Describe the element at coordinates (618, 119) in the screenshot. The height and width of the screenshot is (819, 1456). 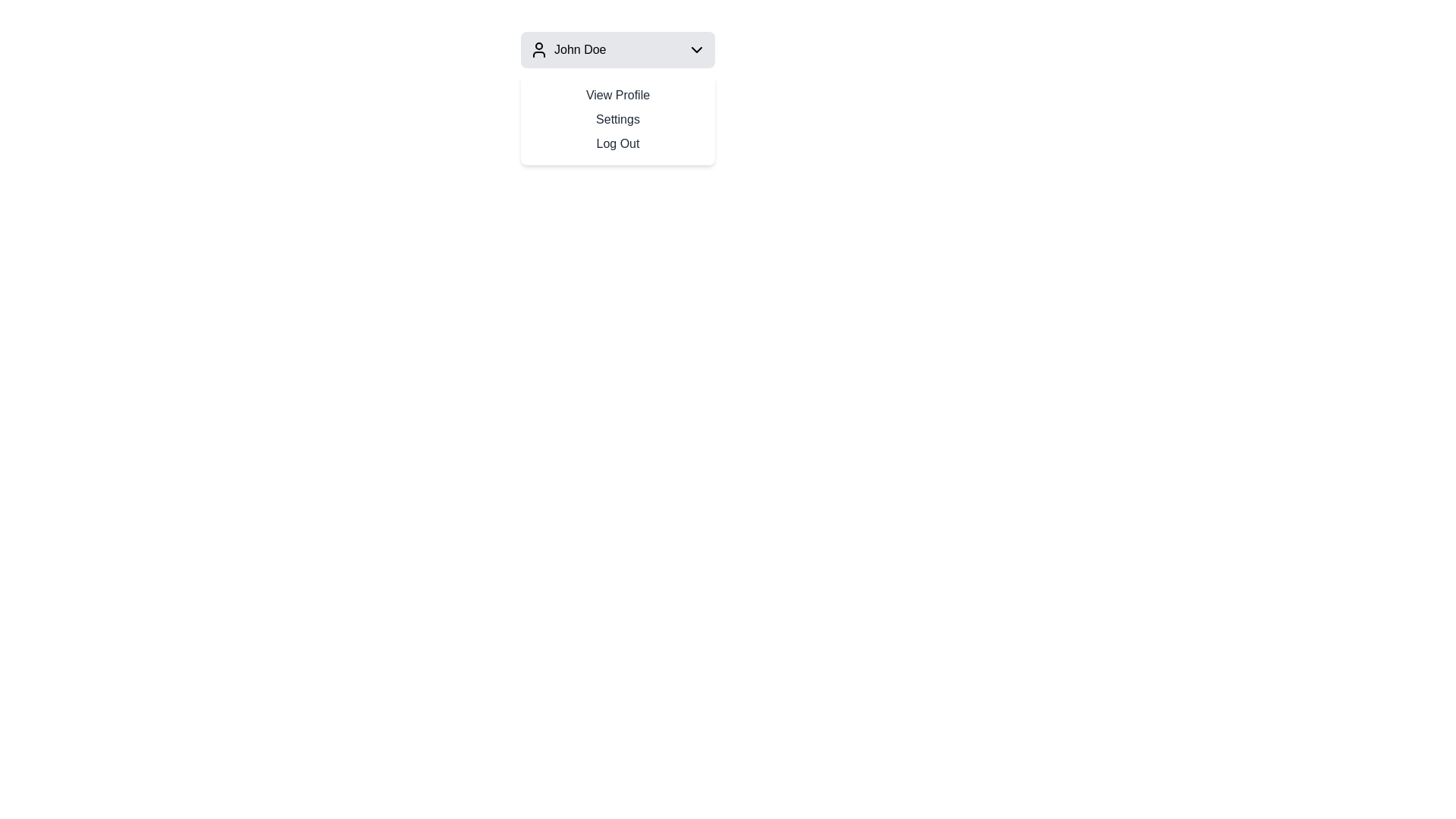
I see `the dropdown menu containing the options 'View Profile', 'Settings', and 'Log Out'` at that location.